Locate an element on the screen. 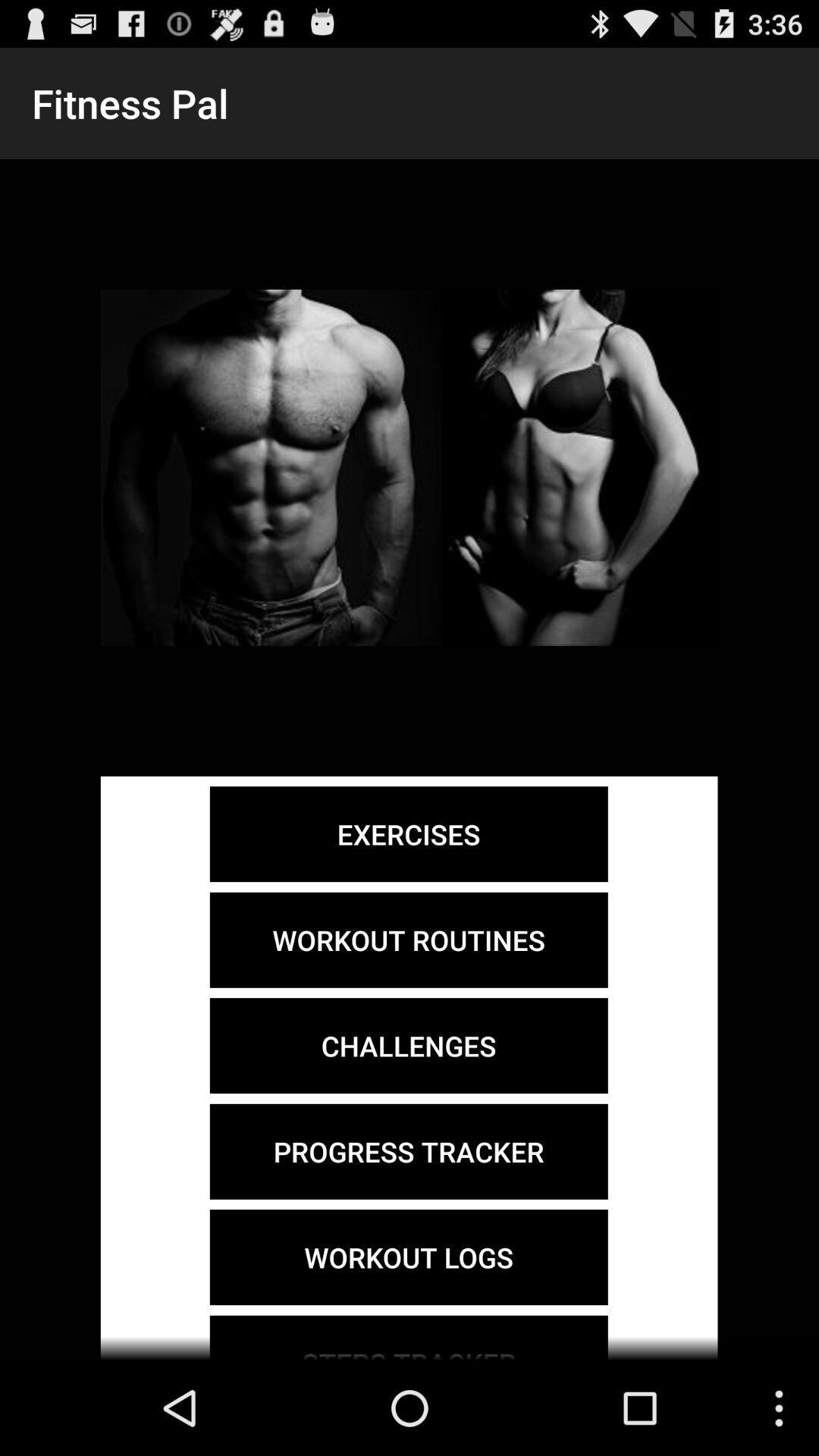 This screenshot has width=819, height=1456. item below workout logs item is located at coordinates (408, 1338).